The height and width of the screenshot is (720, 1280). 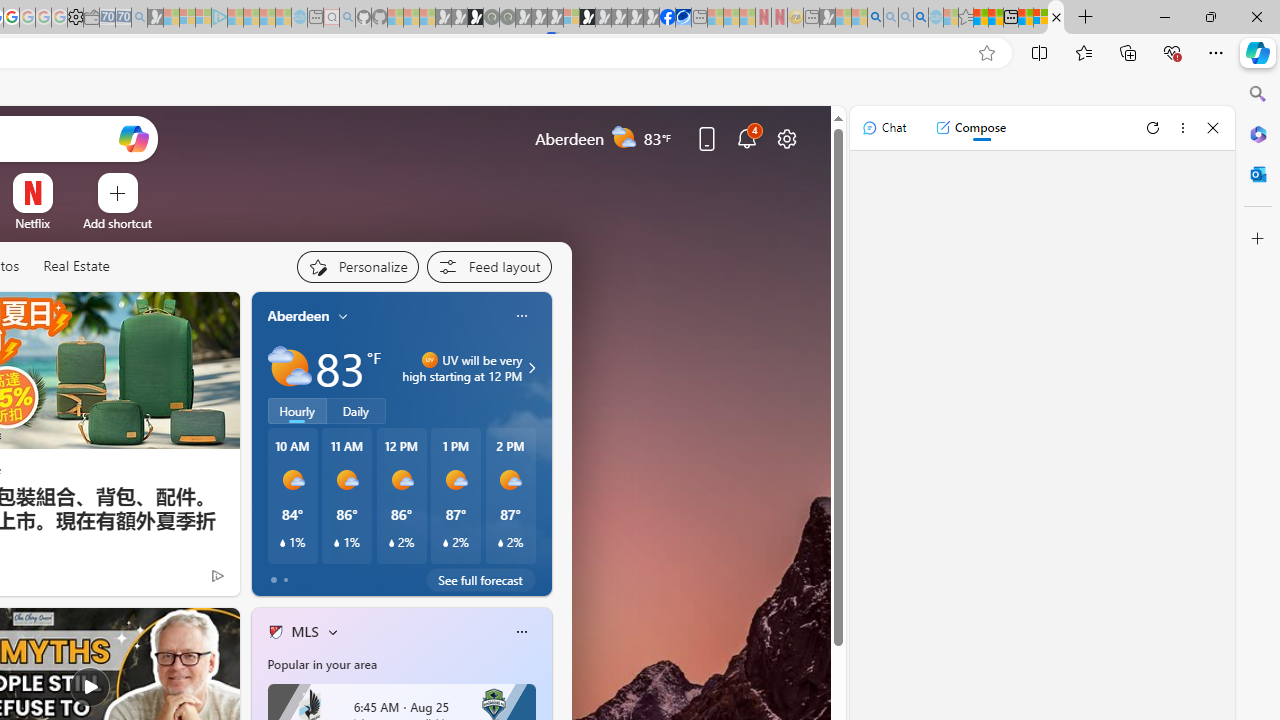 What do you see at coordinates (116, 223) in the screenshot?
I see `'Add a site'` at bounding box center [116, 223].